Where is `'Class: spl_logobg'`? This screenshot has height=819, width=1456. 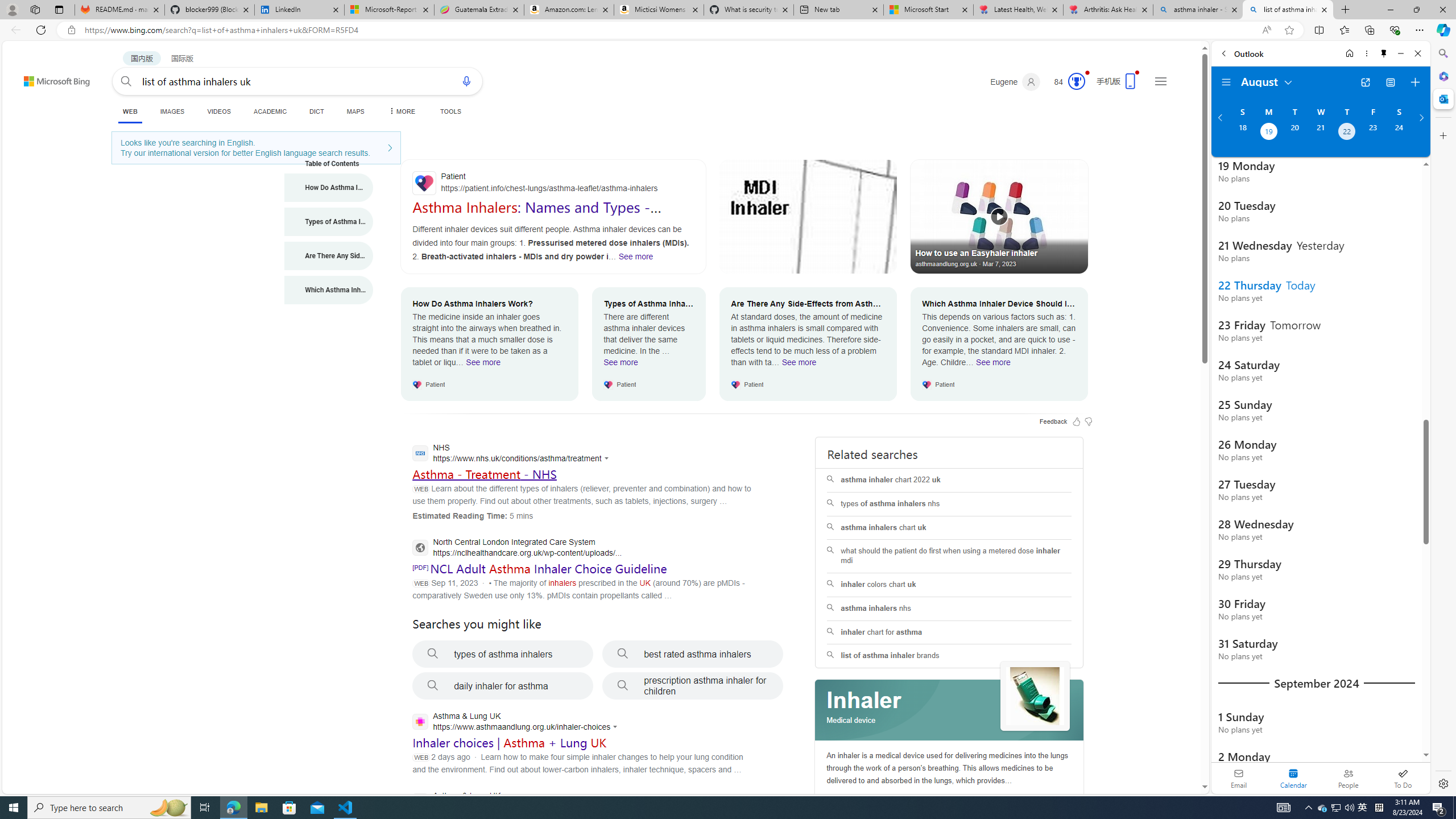 'Class: spl_logobg' is located at coordinates (950, 710).